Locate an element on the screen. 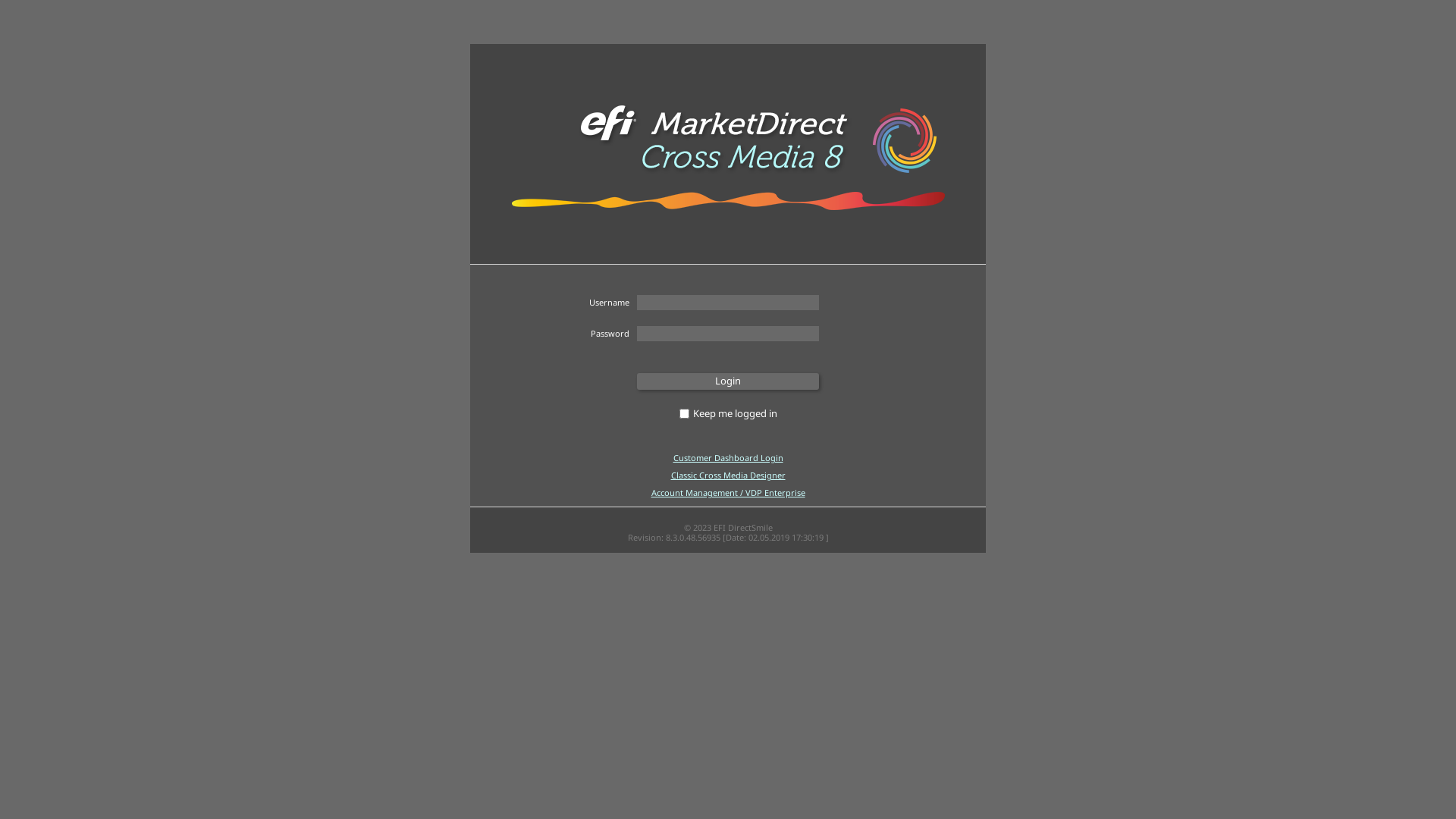 The width and height of the screenshot is (1456, 819). 'Account Management / VDP Enterprise' is located at coordinates (726, 492).